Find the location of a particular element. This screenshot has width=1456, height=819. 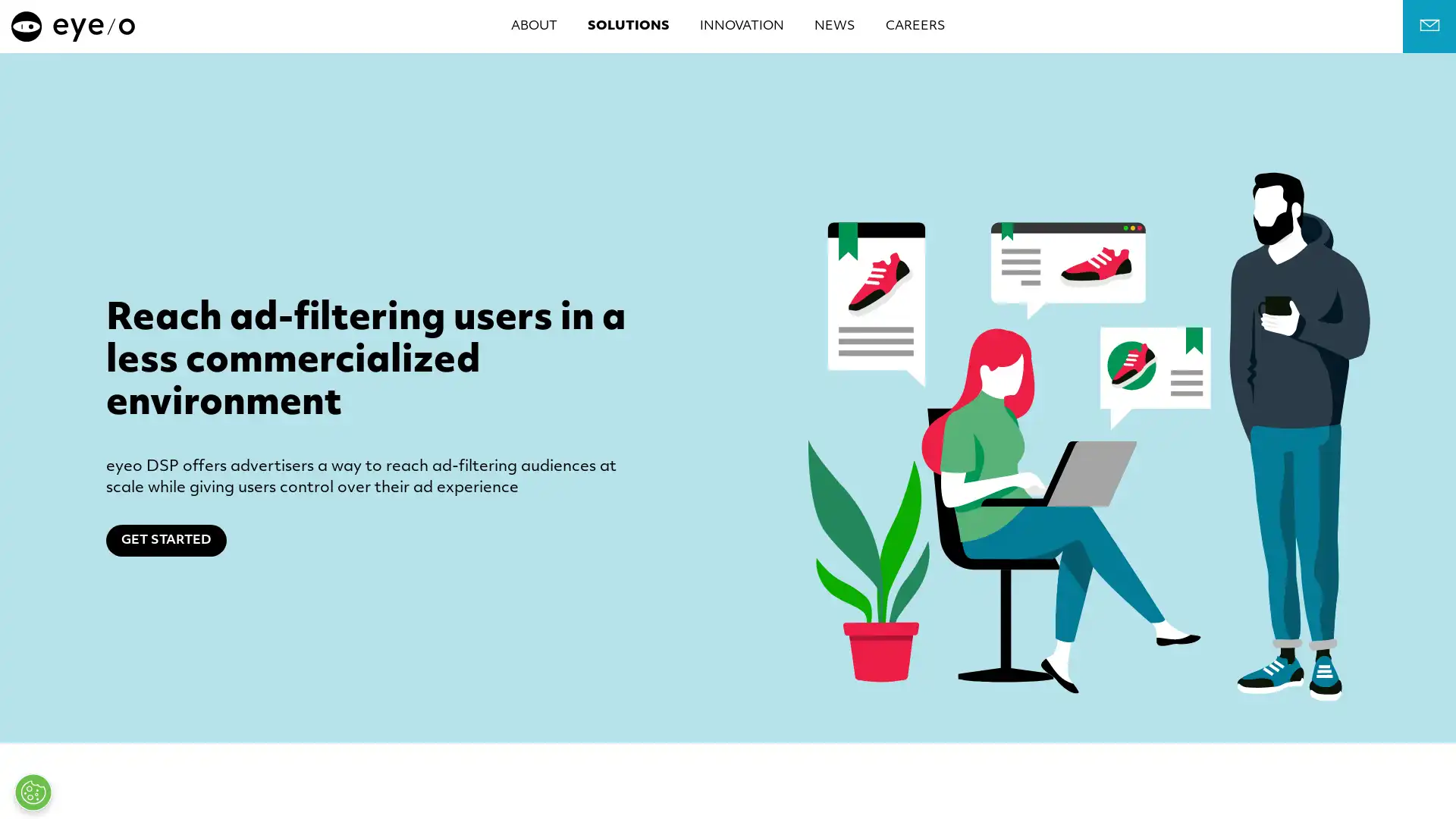

Open Preferences is located at coordinates (33, 792).